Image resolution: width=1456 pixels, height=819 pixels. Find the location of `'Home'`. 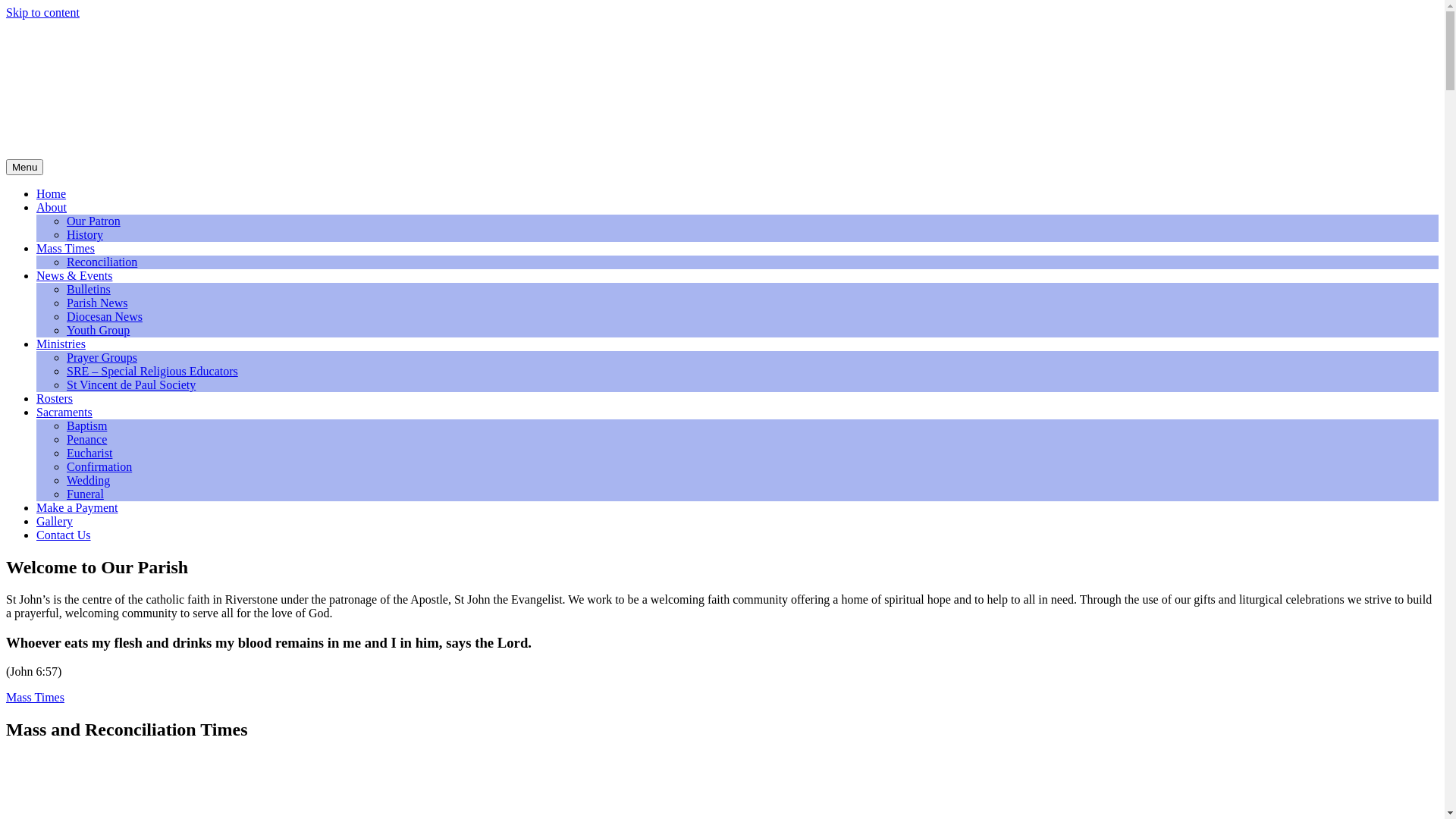

'Home' is located at coordinates (51, 193).